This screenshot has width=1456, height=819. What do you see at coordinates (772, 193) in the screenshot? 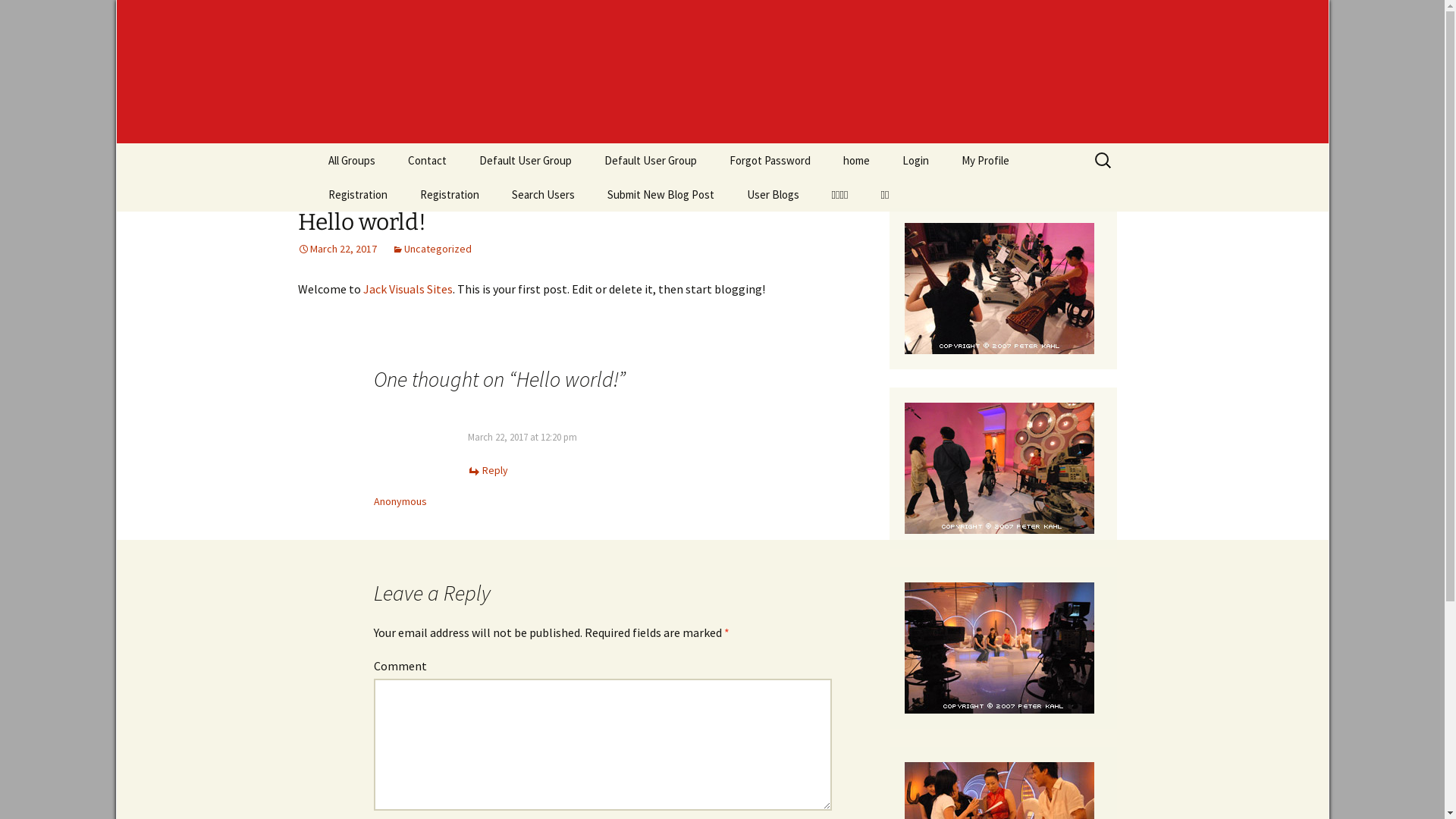
I see `'User Blogs'` at bounding box center [772, 193].